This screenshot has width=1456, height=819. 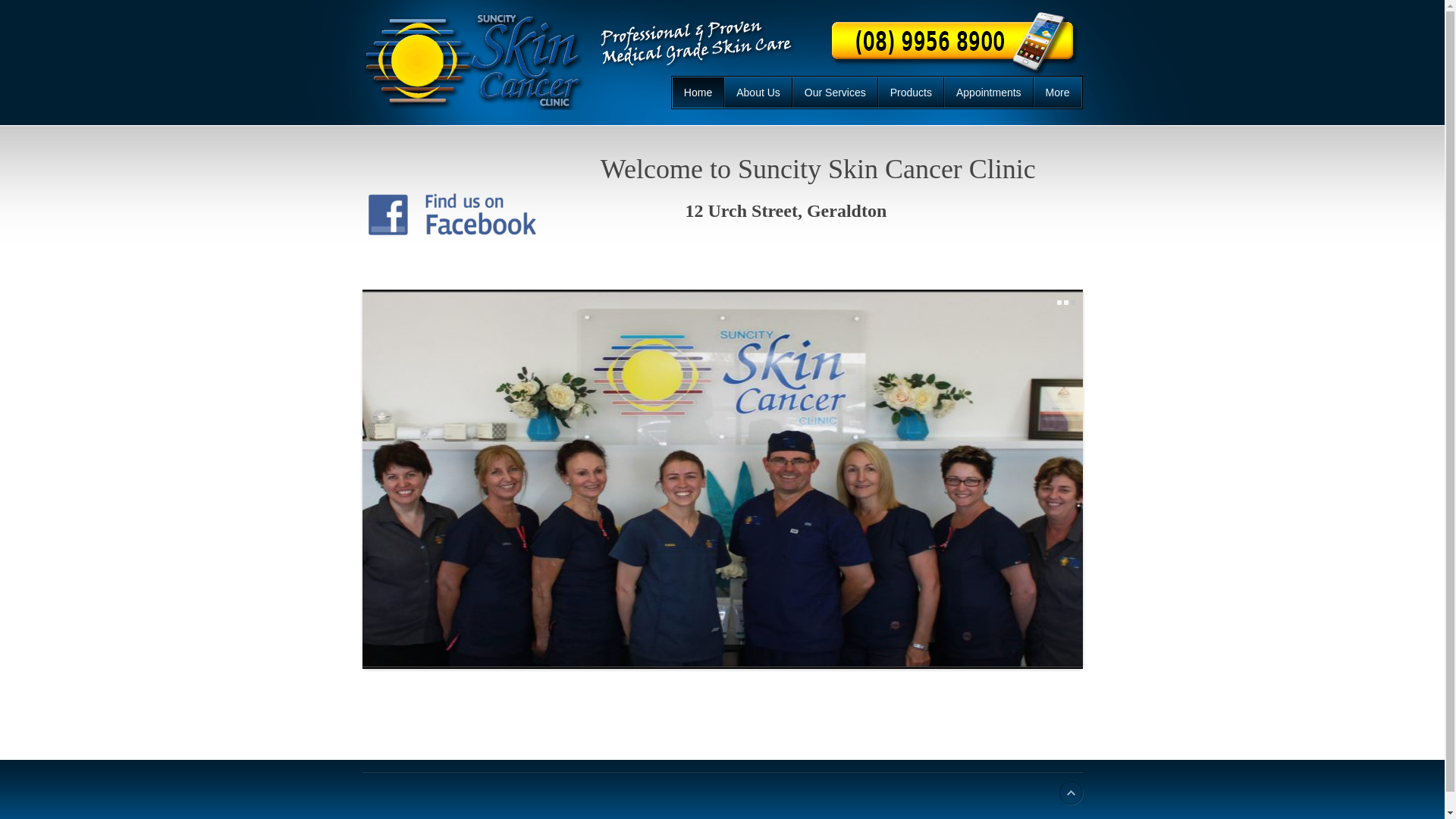 I want to click on 'More', so click(x=1033, y=93).